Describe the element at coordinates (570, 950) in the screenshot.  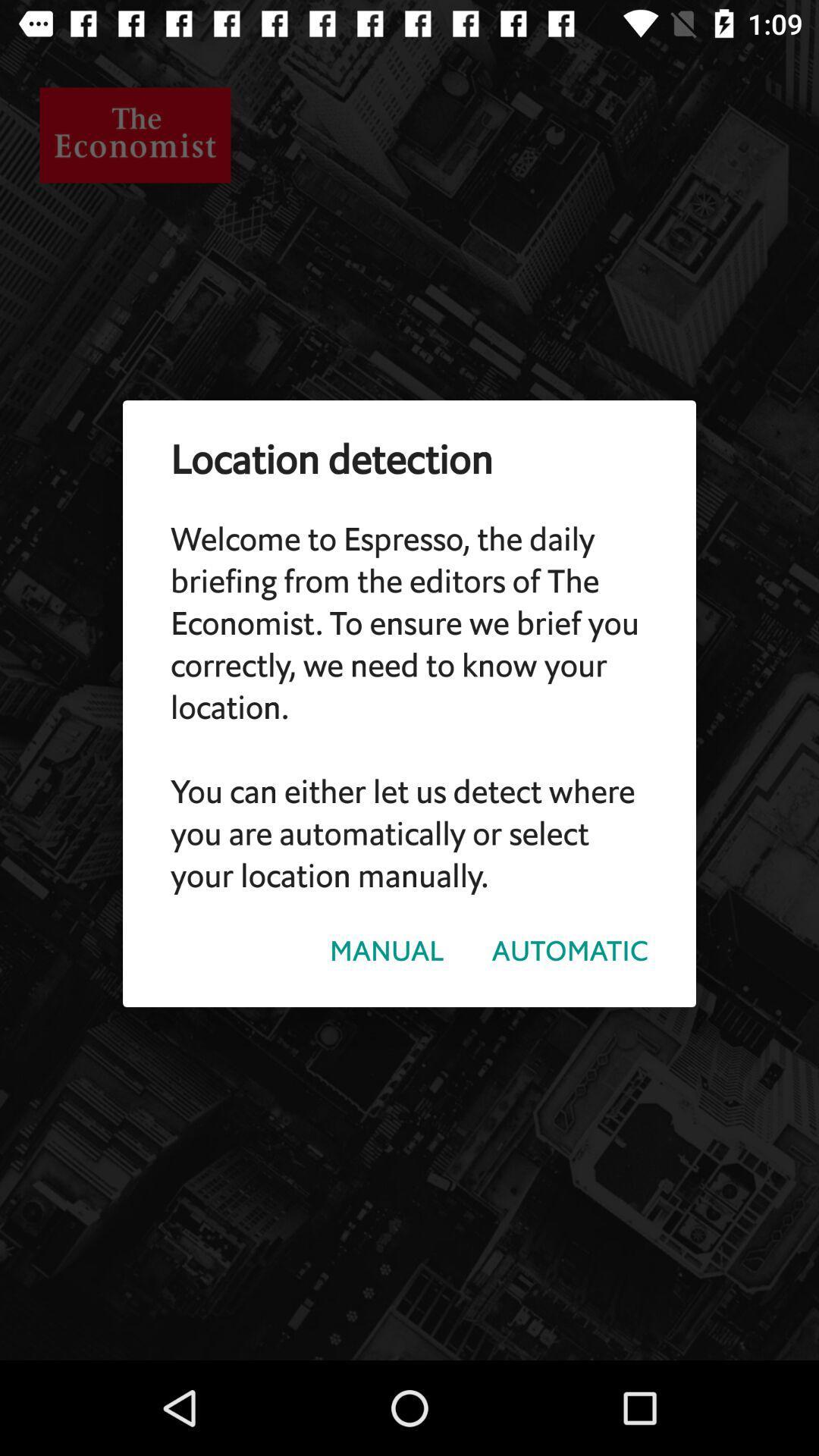
I see `the automatic icon` at that location.